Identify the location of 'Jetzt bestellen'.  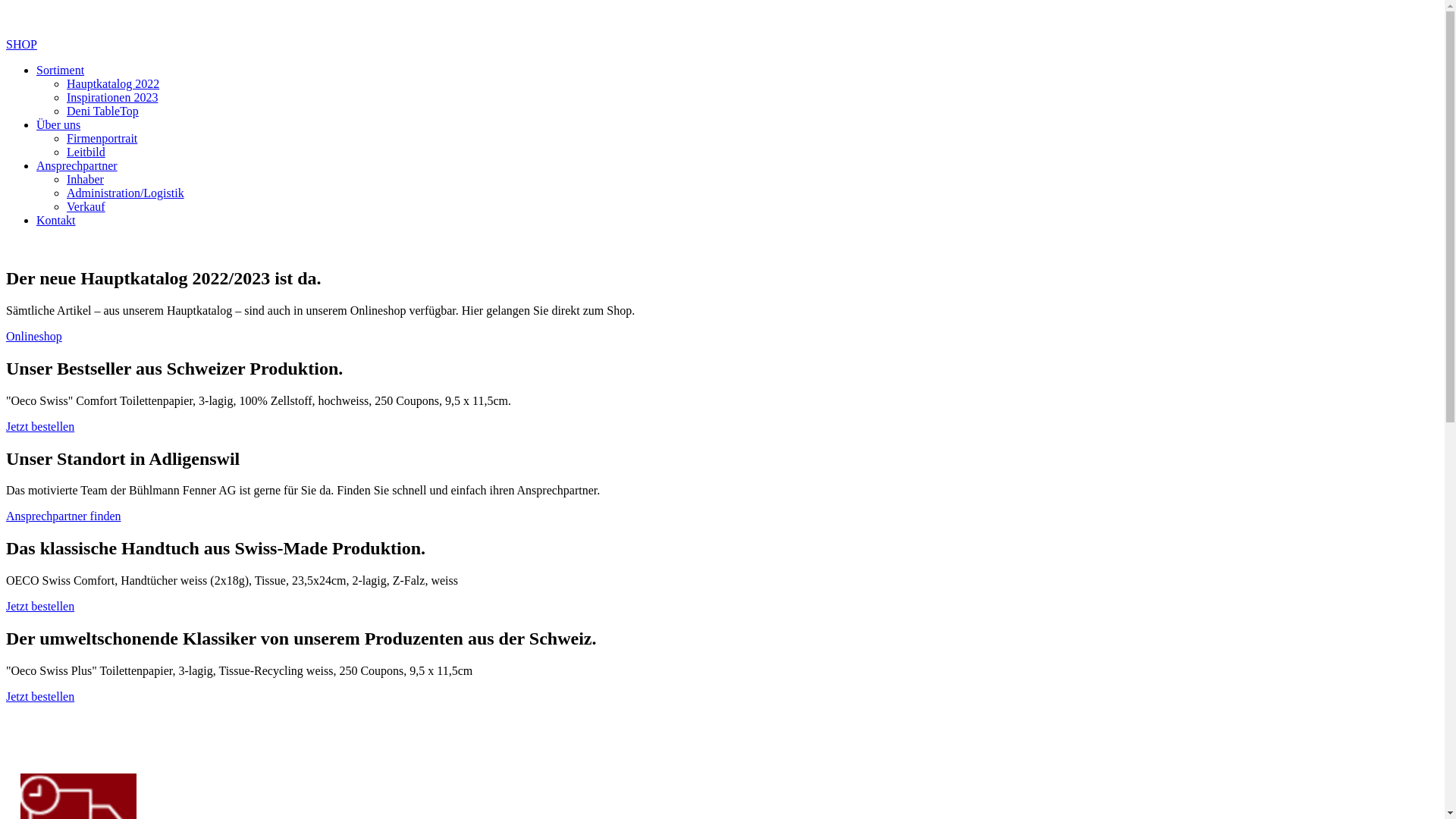
(39, 426).